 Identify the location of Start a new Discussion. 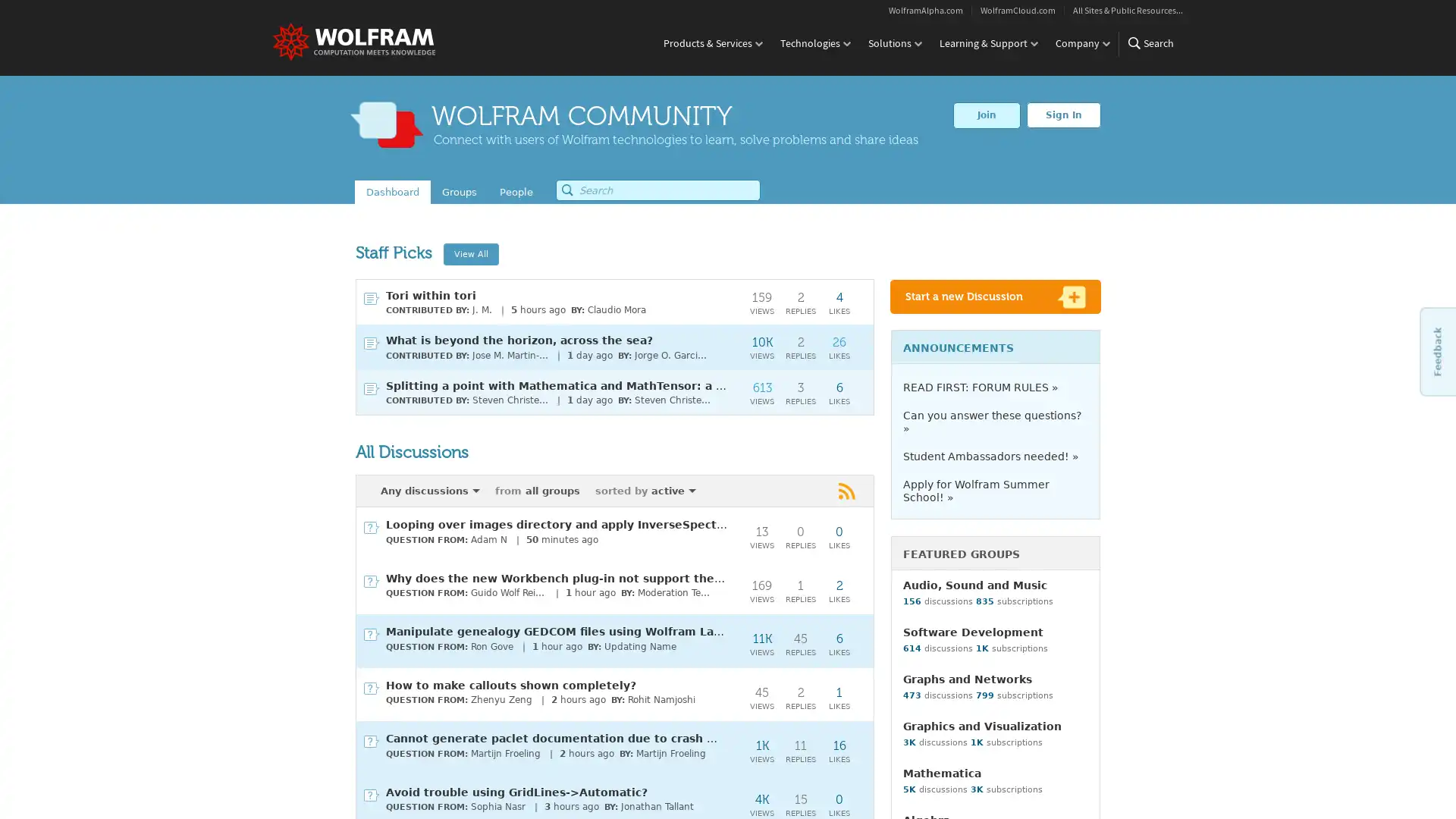
(996, 297).